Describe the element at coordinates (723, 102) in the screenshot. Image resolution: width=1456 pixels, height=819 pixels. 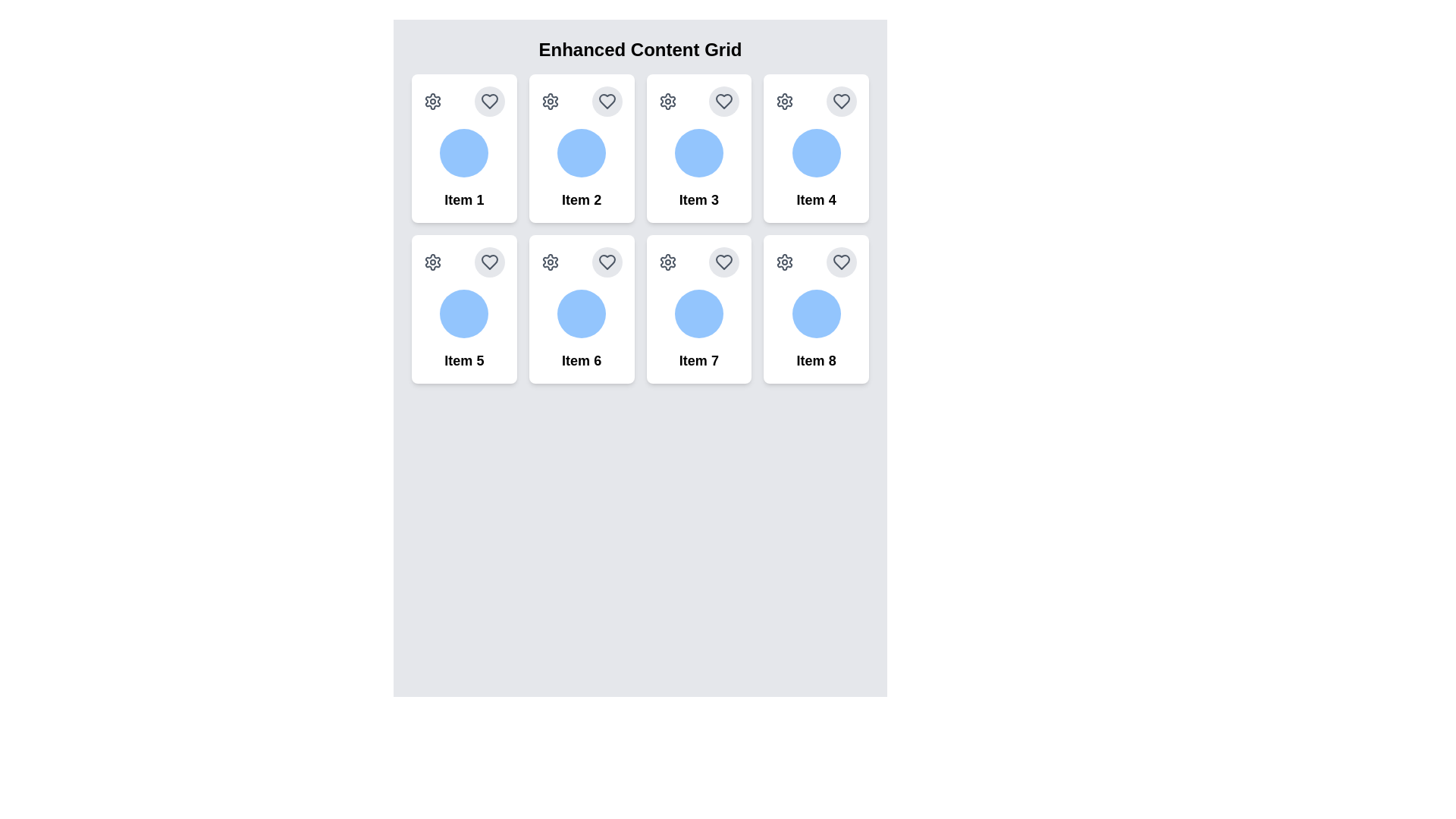
I see `the heart-shaped favorite icon located in the top-right corner of the third card in the 'Enhanced Content Grid'` at that location.